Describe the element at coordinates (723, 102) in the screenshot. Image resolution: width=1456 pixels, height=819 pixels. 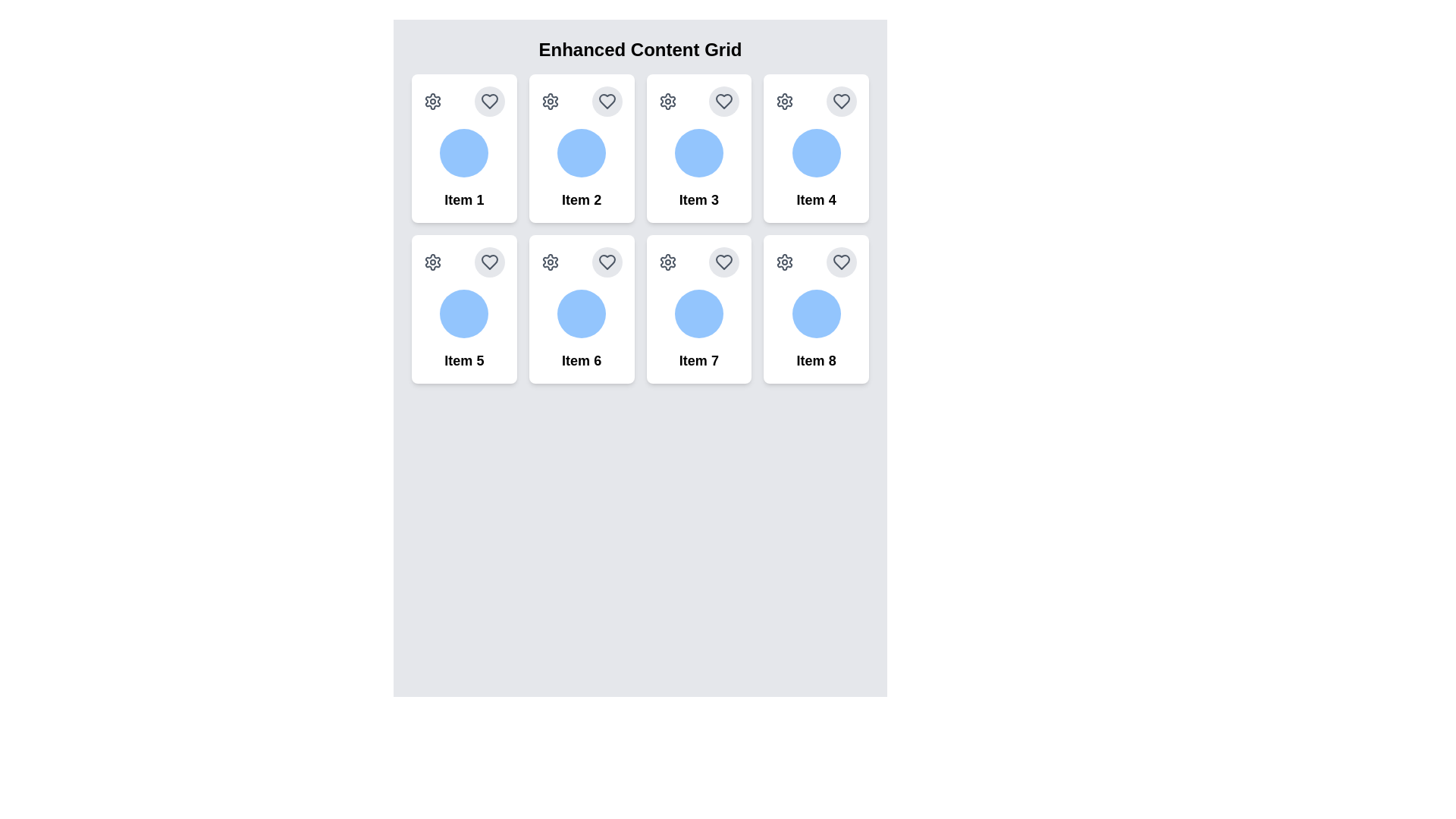
I see `the heart-shaped favorite icon located in the top-right corner of the third card in the 'Enhanced Content Grid'` at that location.